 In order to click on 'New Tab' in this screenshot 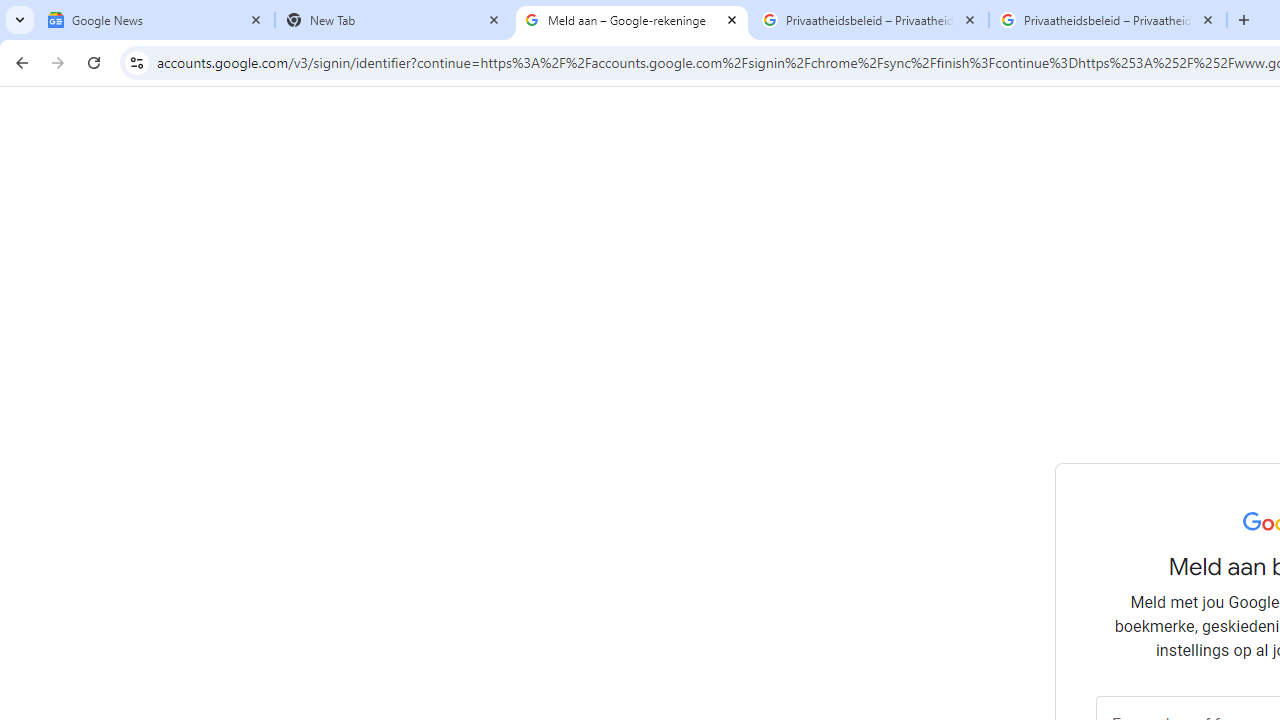, I will do `click(394, 20)`.